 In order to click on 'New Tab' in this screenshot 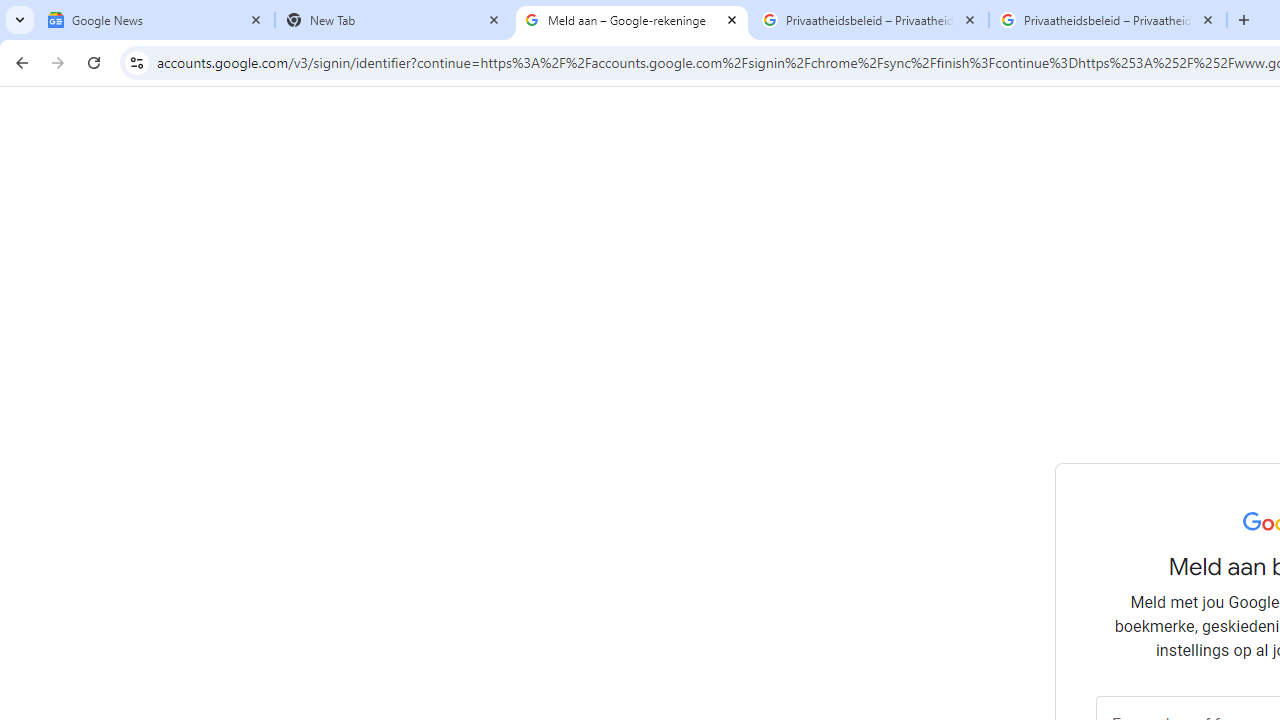, I will do `click(394, 20)`.